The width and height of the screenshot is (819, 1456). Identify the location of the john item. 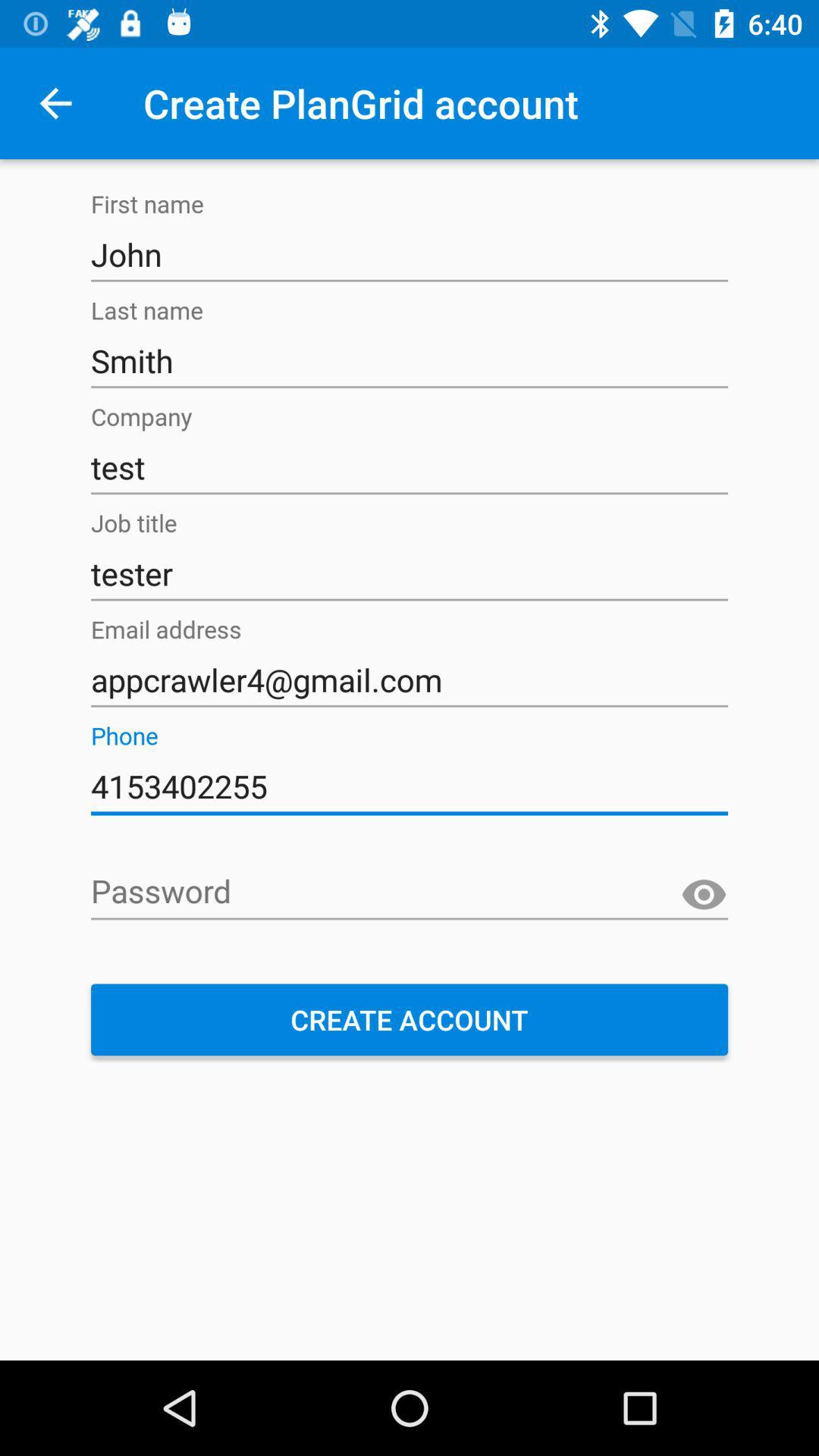
(409, 255).